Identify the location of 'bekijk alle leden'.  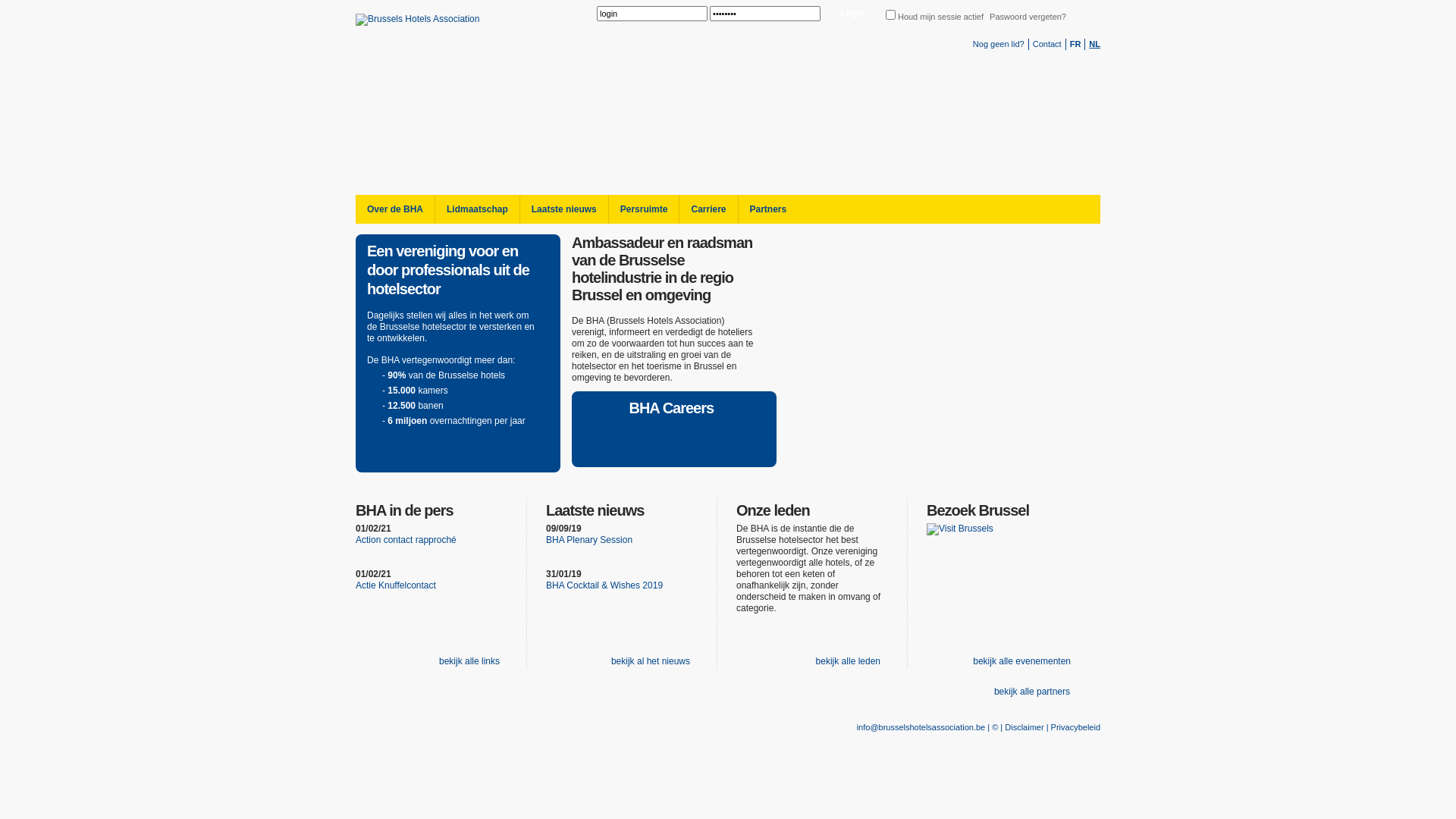
(846, 661).